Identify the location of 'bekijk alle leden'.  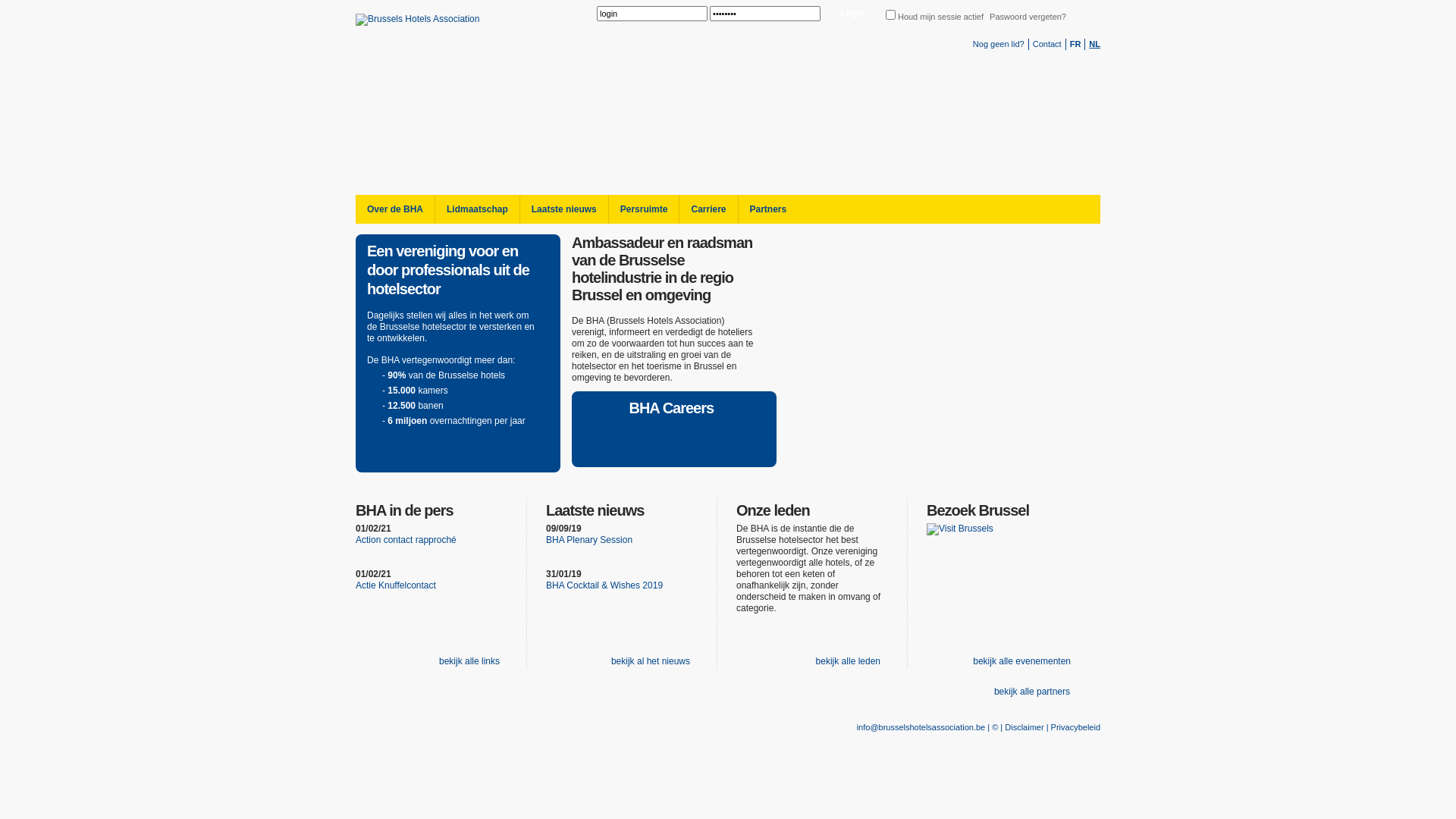
(846, 661).